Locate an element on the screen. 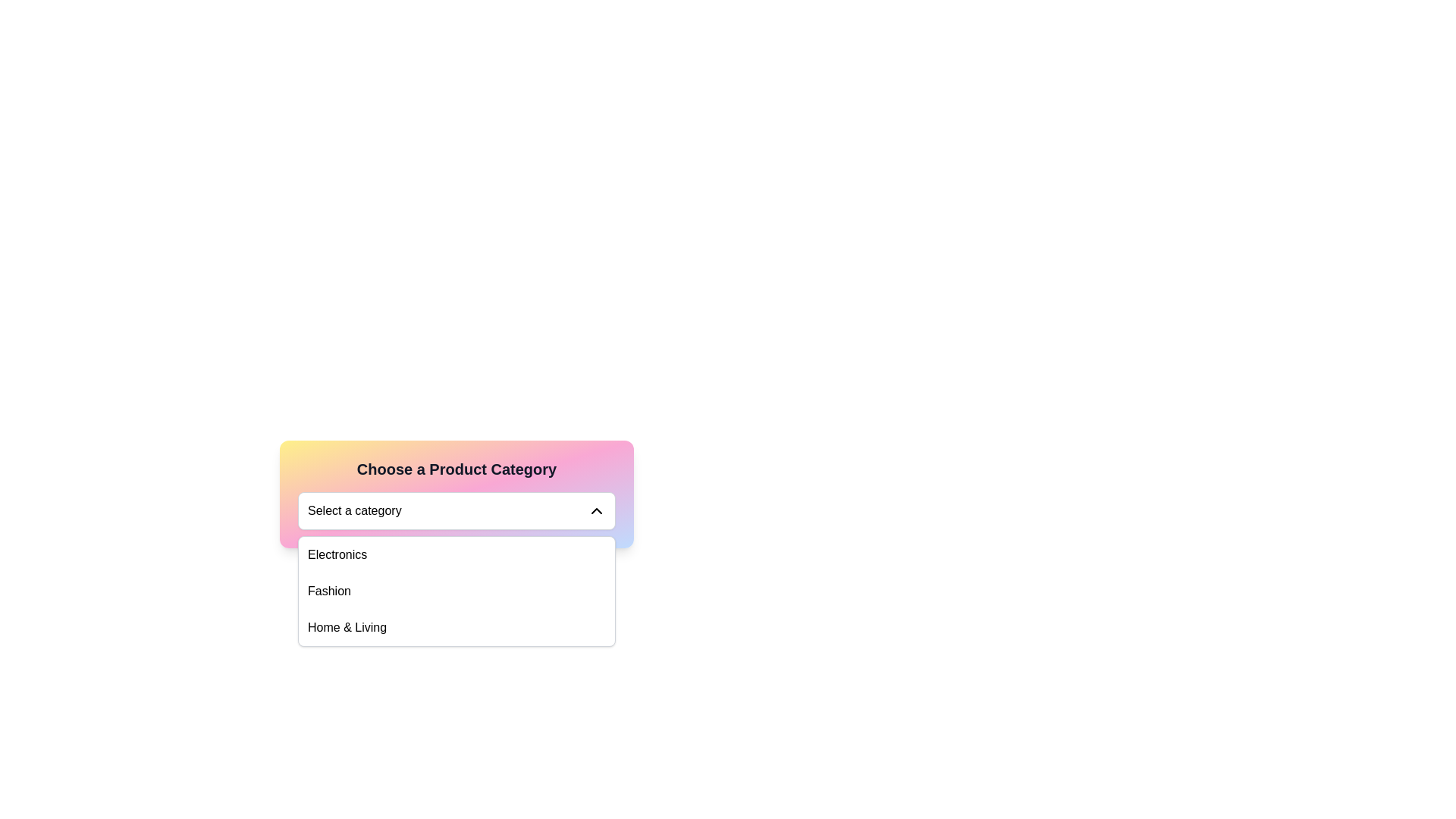  the dropdown menu labeled 'Select a category' to choose an option from the list including 'Electronics', 'Fashion', and 'Home & Living' is located at coordinates (456, 590).